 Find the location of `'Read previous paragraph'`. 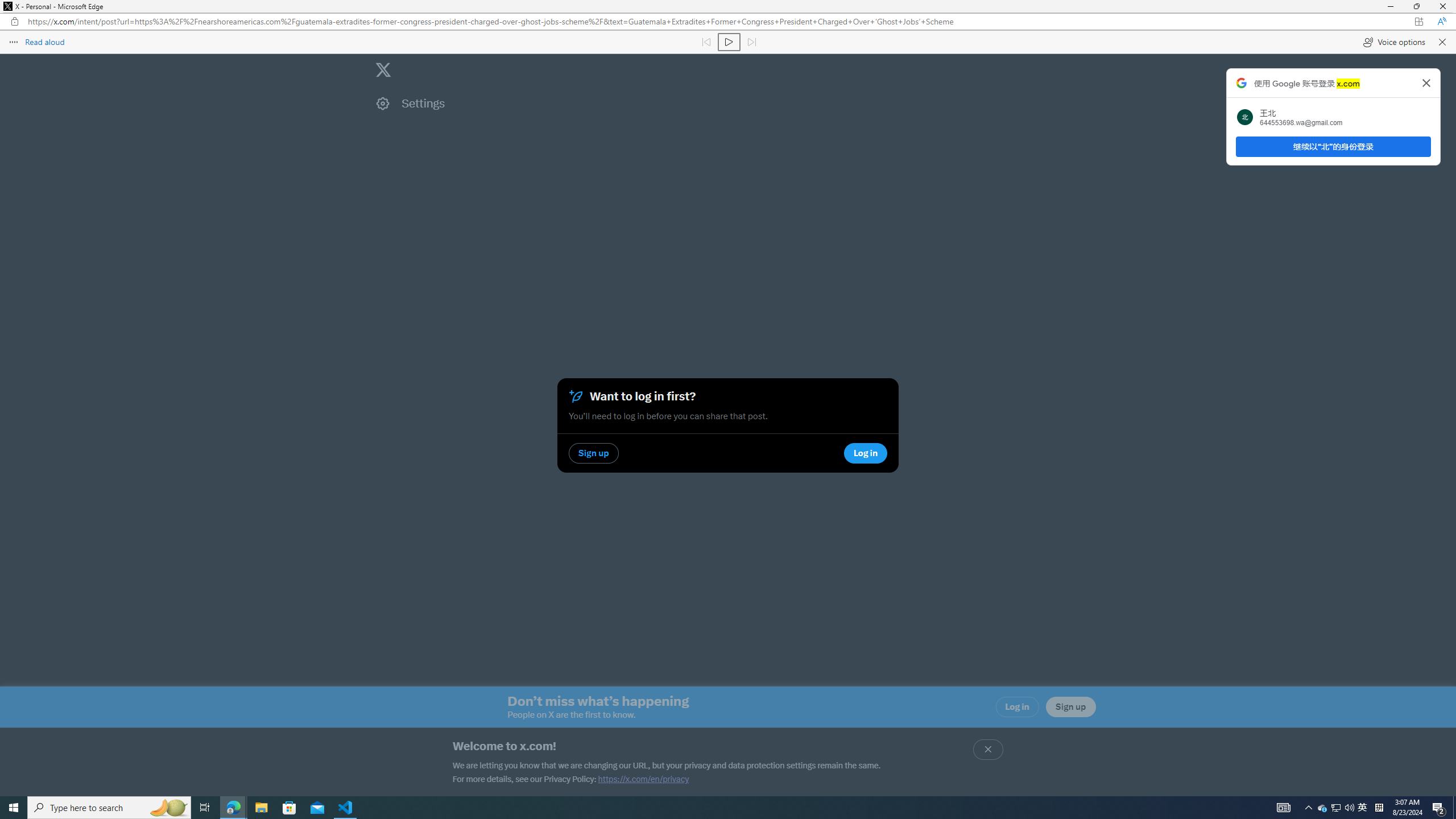

'Read previous paragraph' is located at coordinates (705, 41).